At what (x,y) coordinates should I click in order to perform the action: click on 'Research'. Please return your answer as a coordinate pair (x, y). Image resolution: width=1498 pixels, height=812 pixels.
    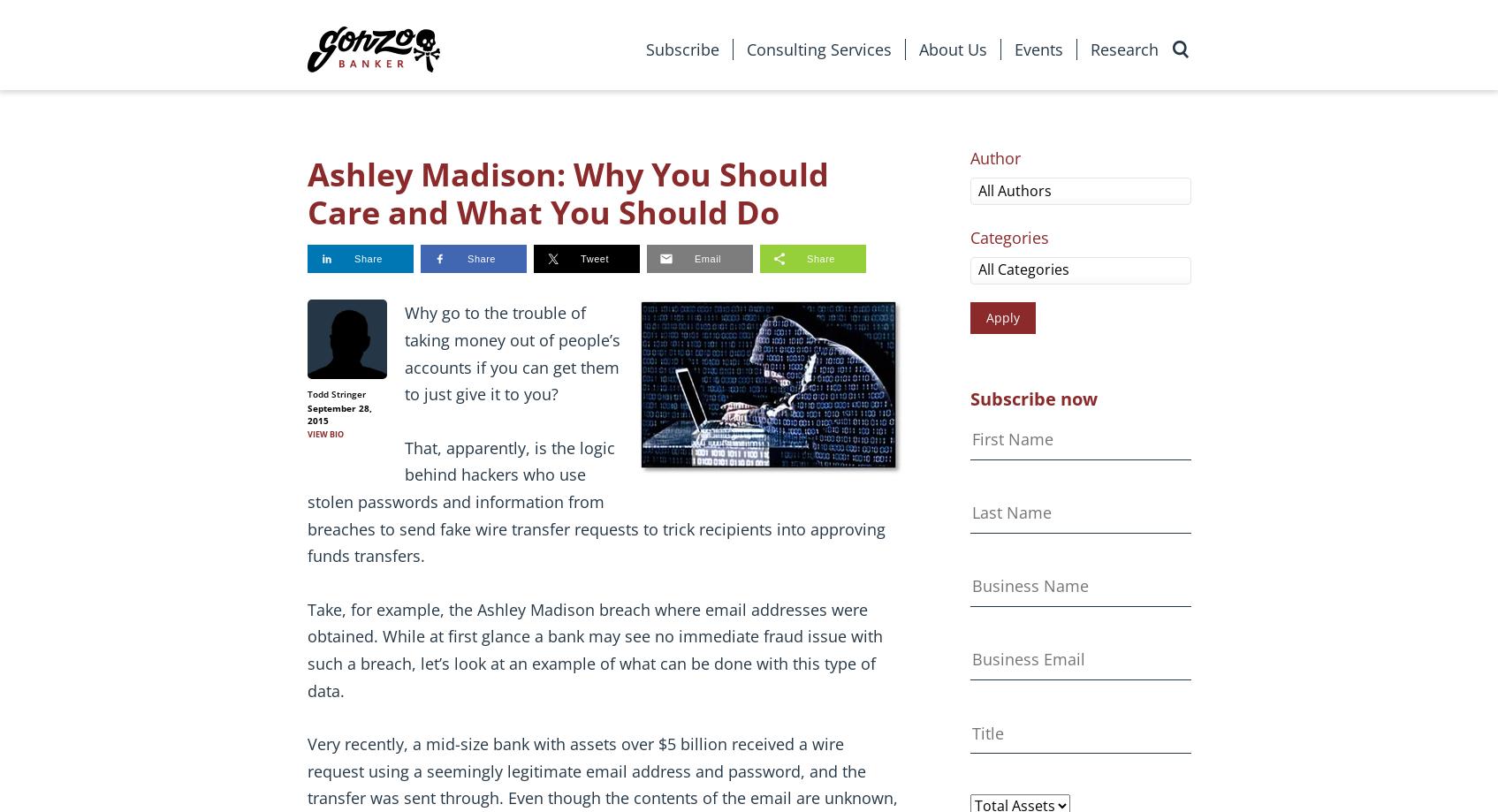
    Looking at the image, I should click on (1089, 49).